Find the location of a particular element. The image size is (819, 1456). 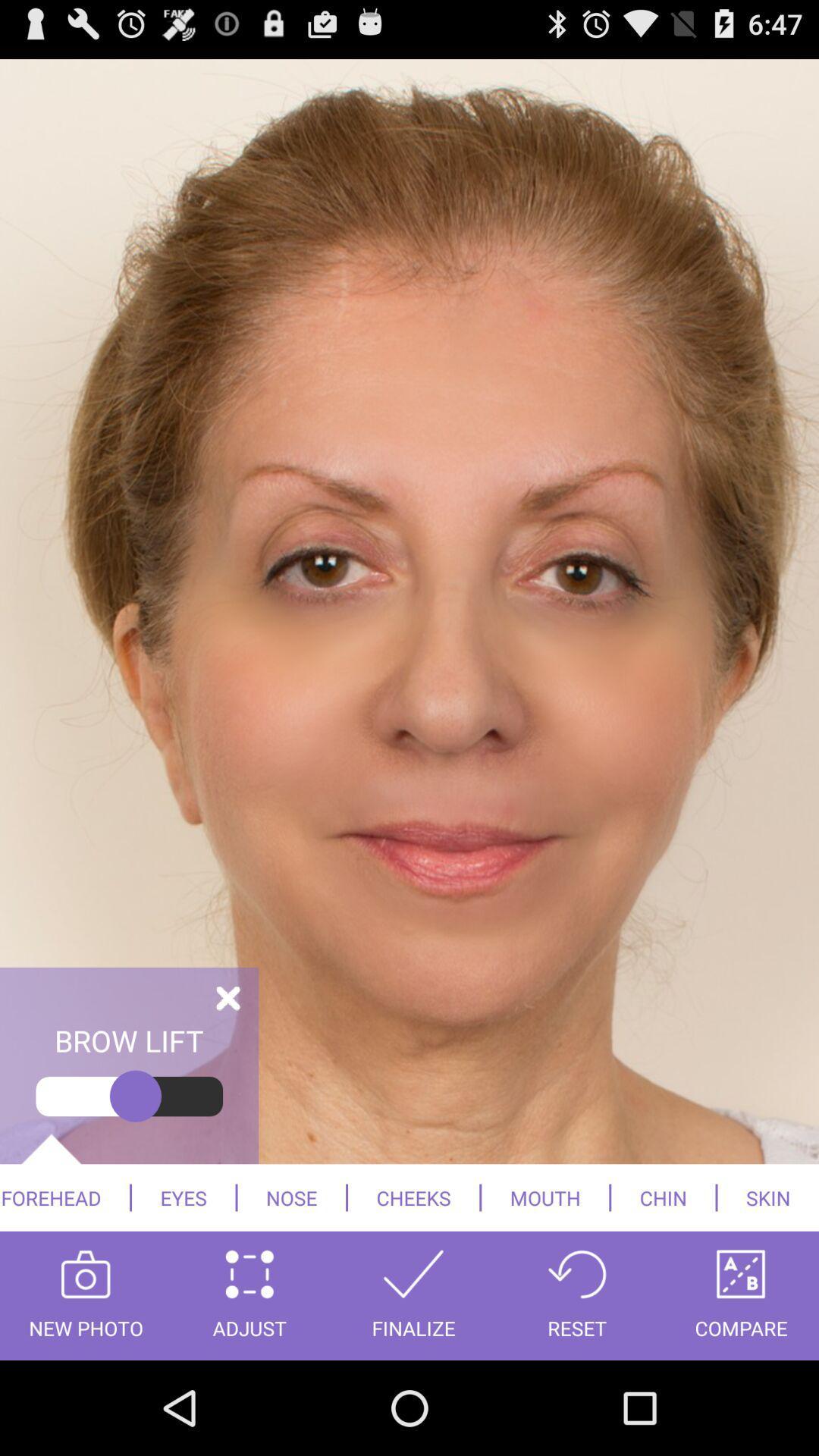

forehead app is located at coordinates (64, 1197).